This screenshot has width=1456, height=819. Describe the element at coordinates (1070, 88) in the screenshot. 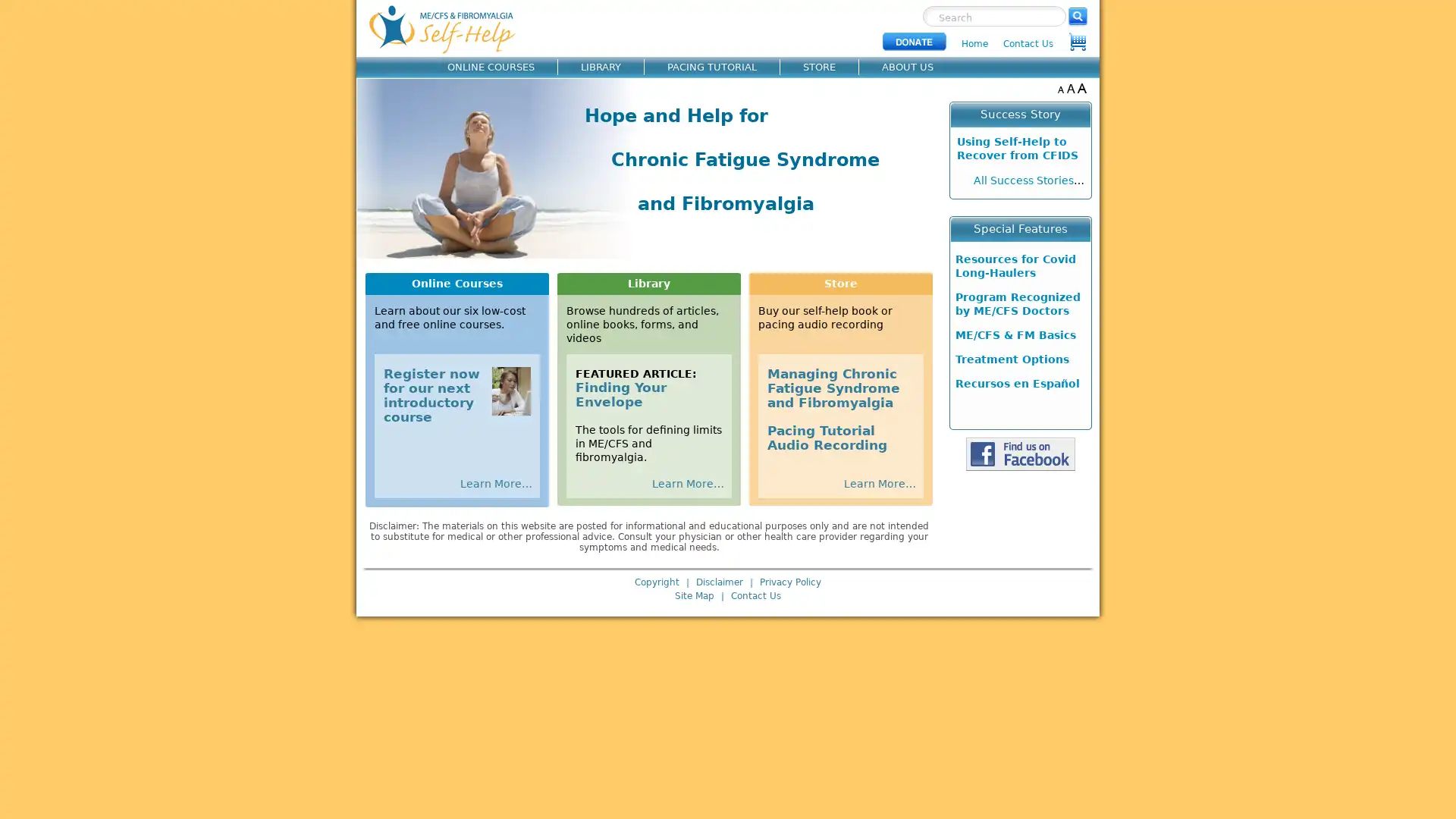

I see `A` at that location.